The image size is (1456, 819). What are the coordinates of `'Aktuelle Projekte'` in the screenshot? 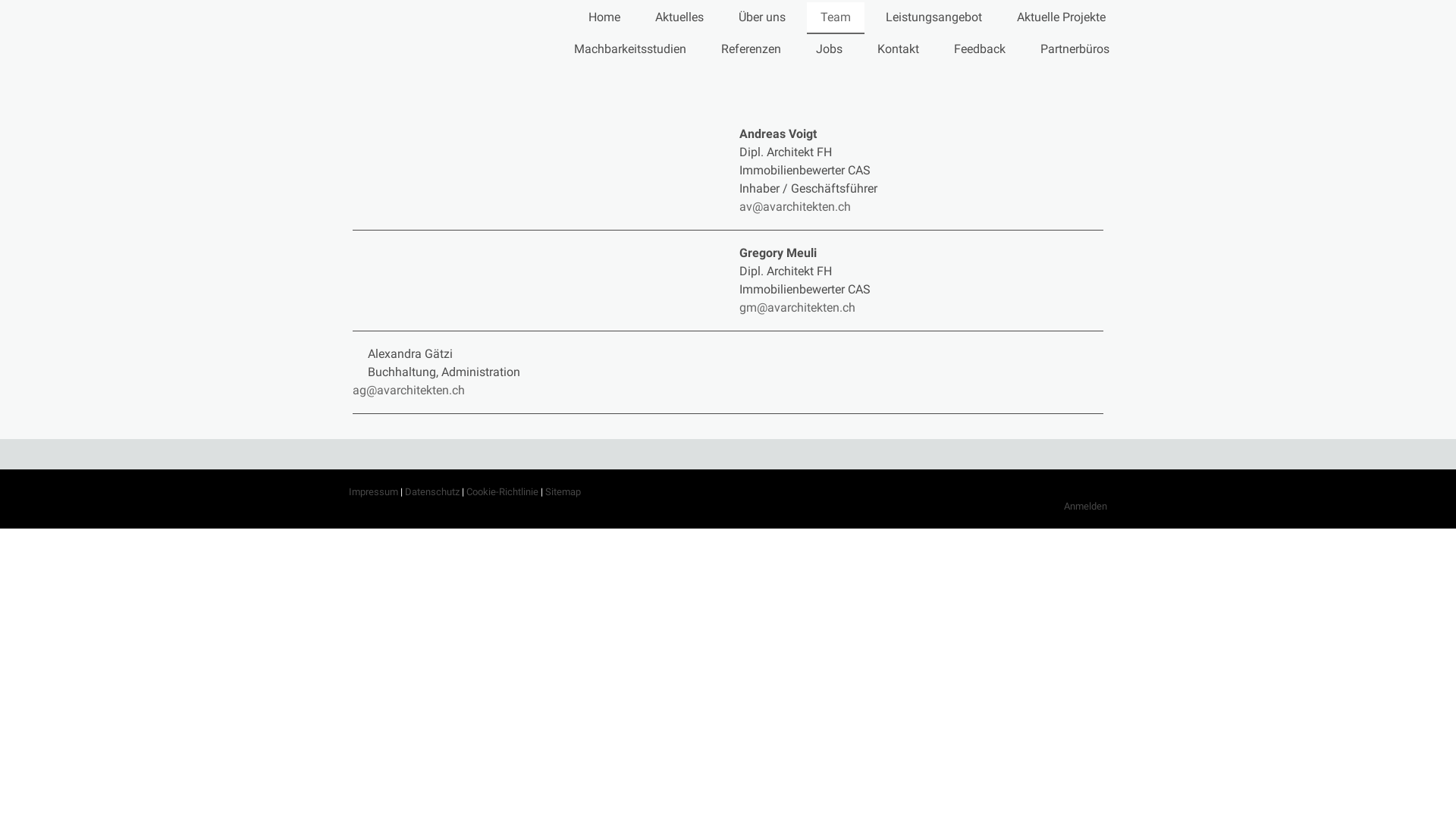 It's located at (1060, 17).